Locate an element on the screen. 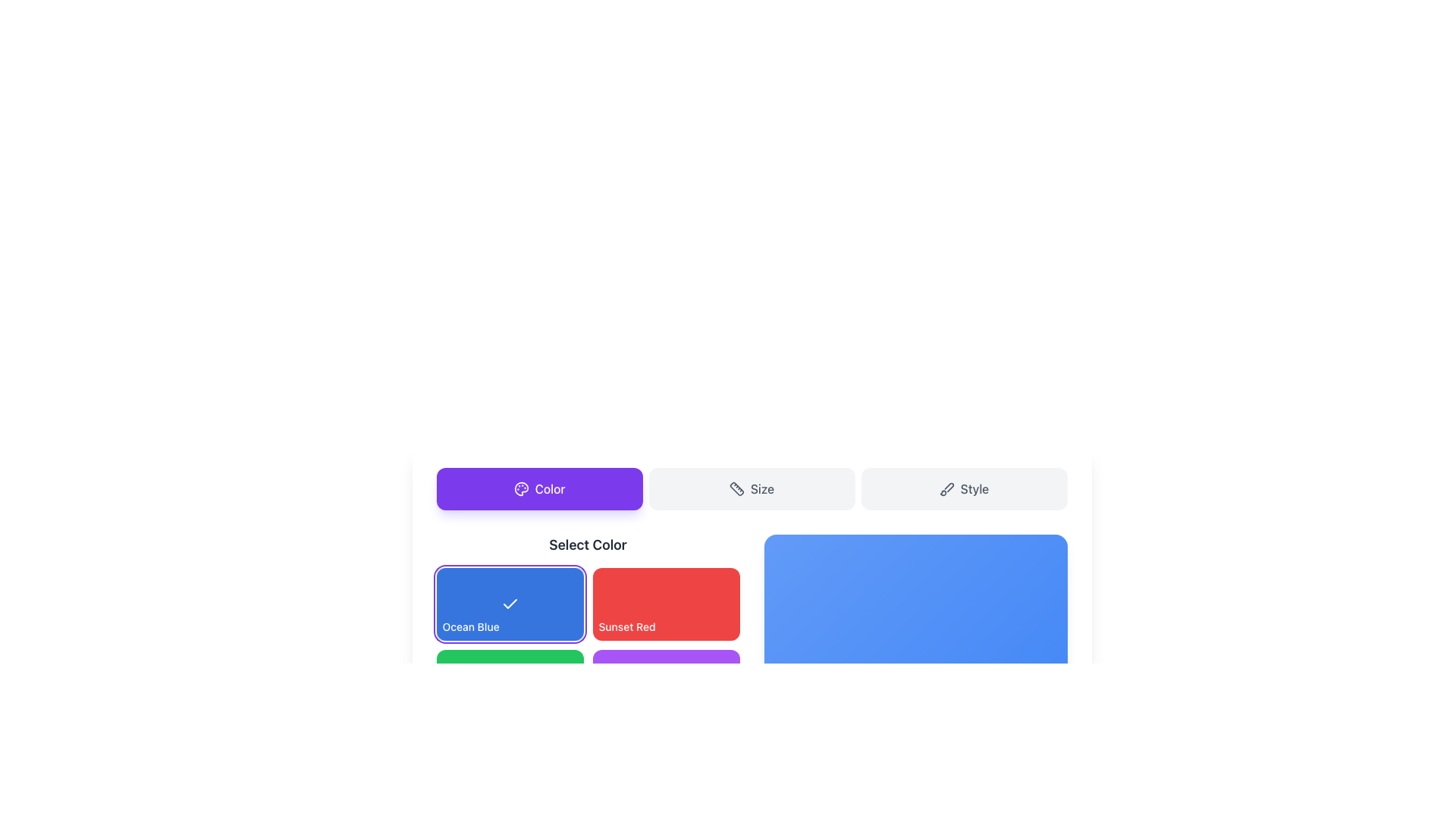 The image size is (1456, 819). the checkmark indicating that the 'Ocean Blue' option is currently selected, which is located inside the blue rectangle labeled 'Ocean Blue' is located at coordinates (510, 603).